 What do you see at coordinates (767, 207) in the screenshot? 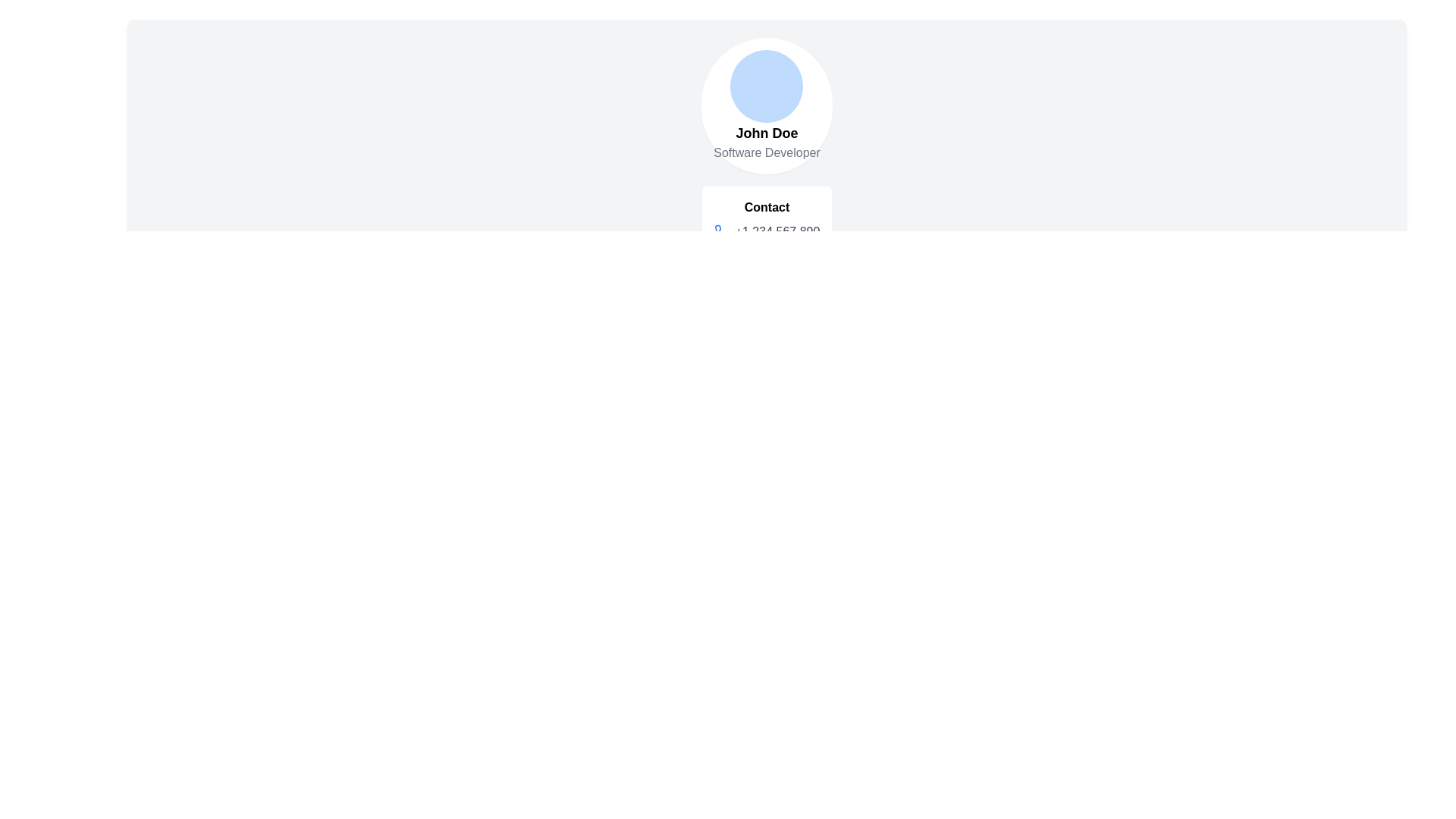
I see `the Text label that identifies the contact information section, positioned above the phone number and phone icon` at bounding box center [767, 207].